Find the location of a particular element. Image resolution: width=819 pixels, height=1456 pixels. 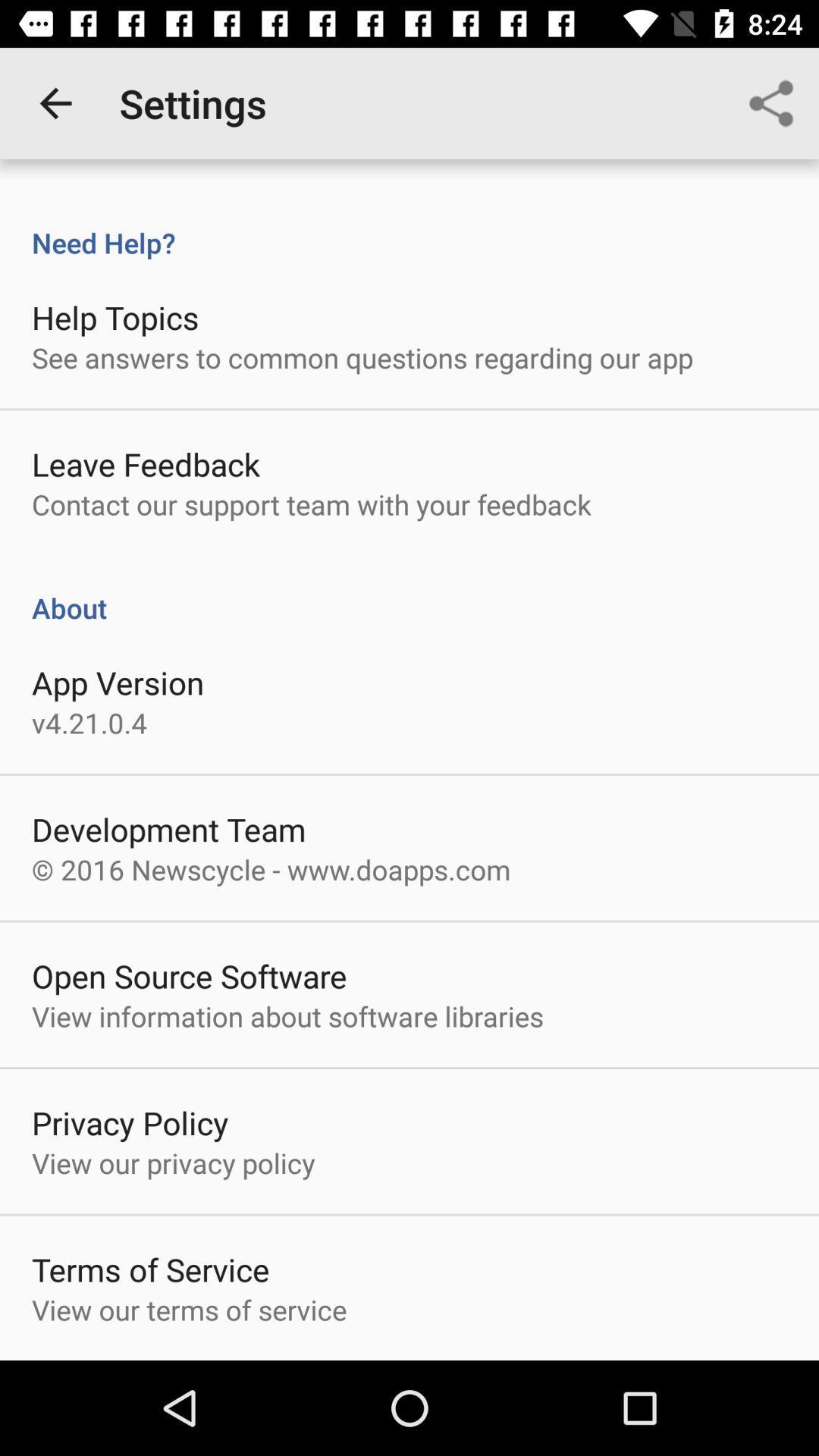

the icon above help topics icon is located at coordinates (409, 226).